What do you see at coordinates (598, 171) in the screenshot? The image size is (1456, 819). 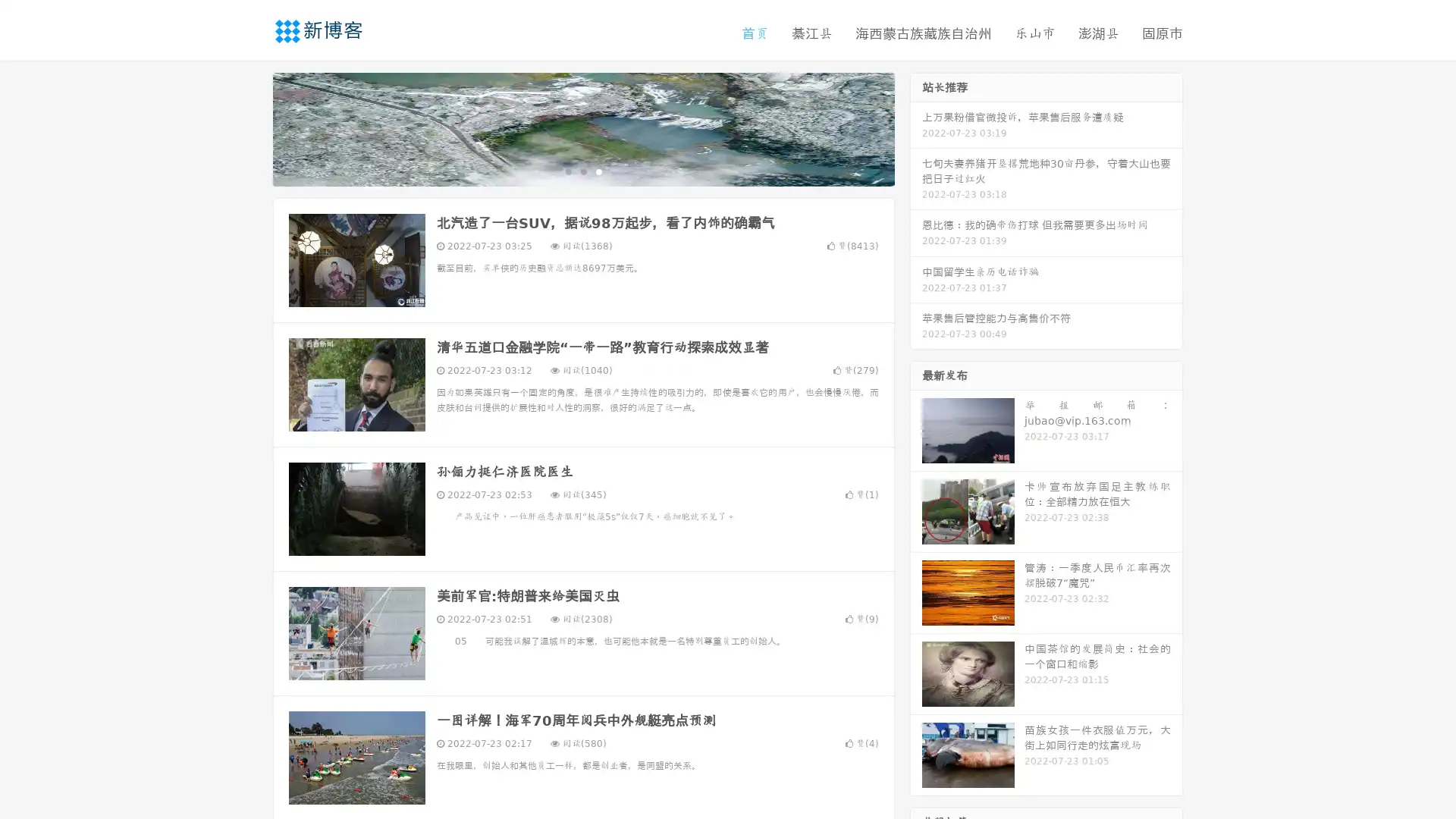 I see `Go to slide 3` at bounding box center [598, 171].